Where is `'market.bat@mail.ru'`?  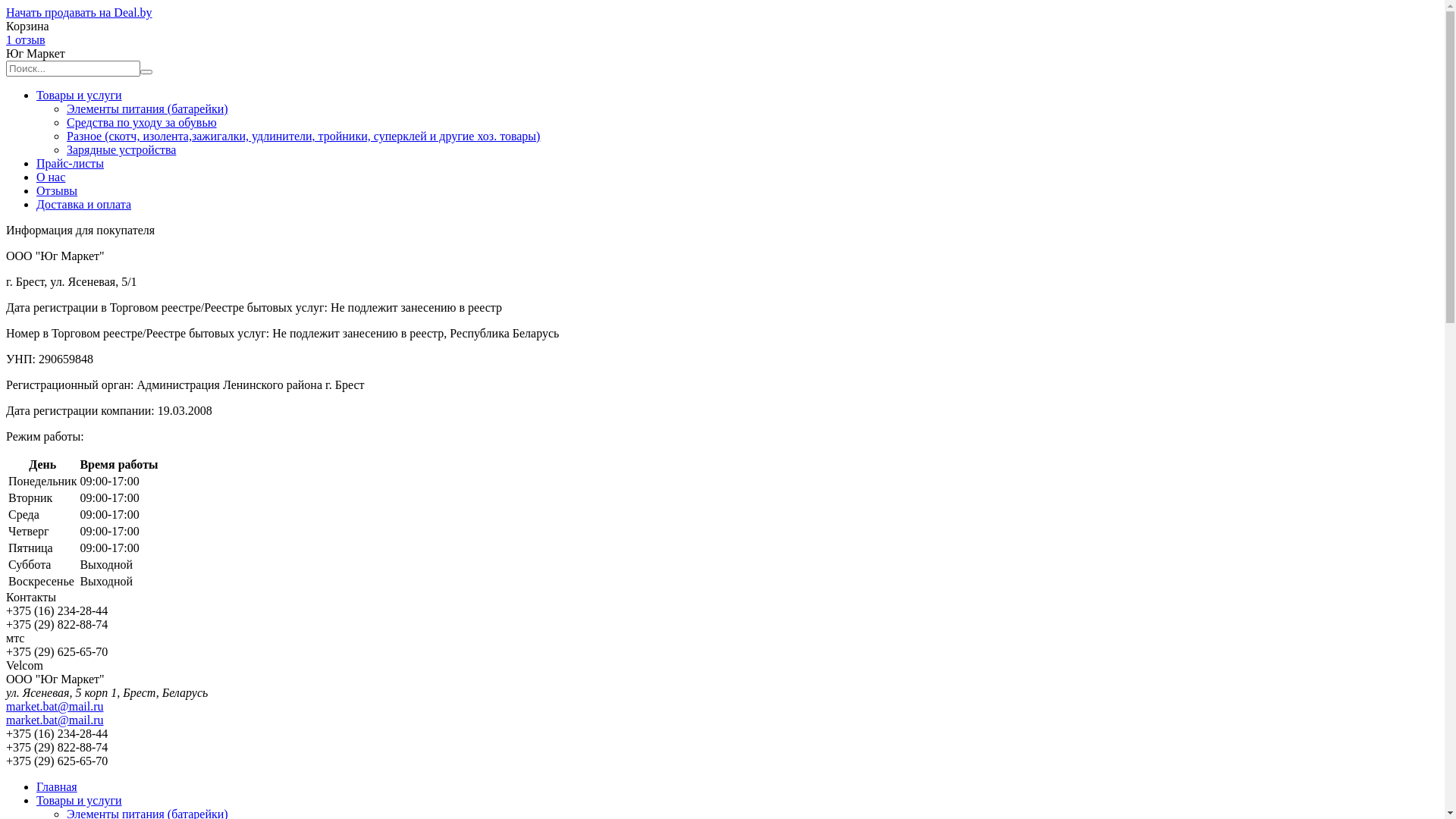 'market.bat@mail.ru' is located at coordinates (55, 719).